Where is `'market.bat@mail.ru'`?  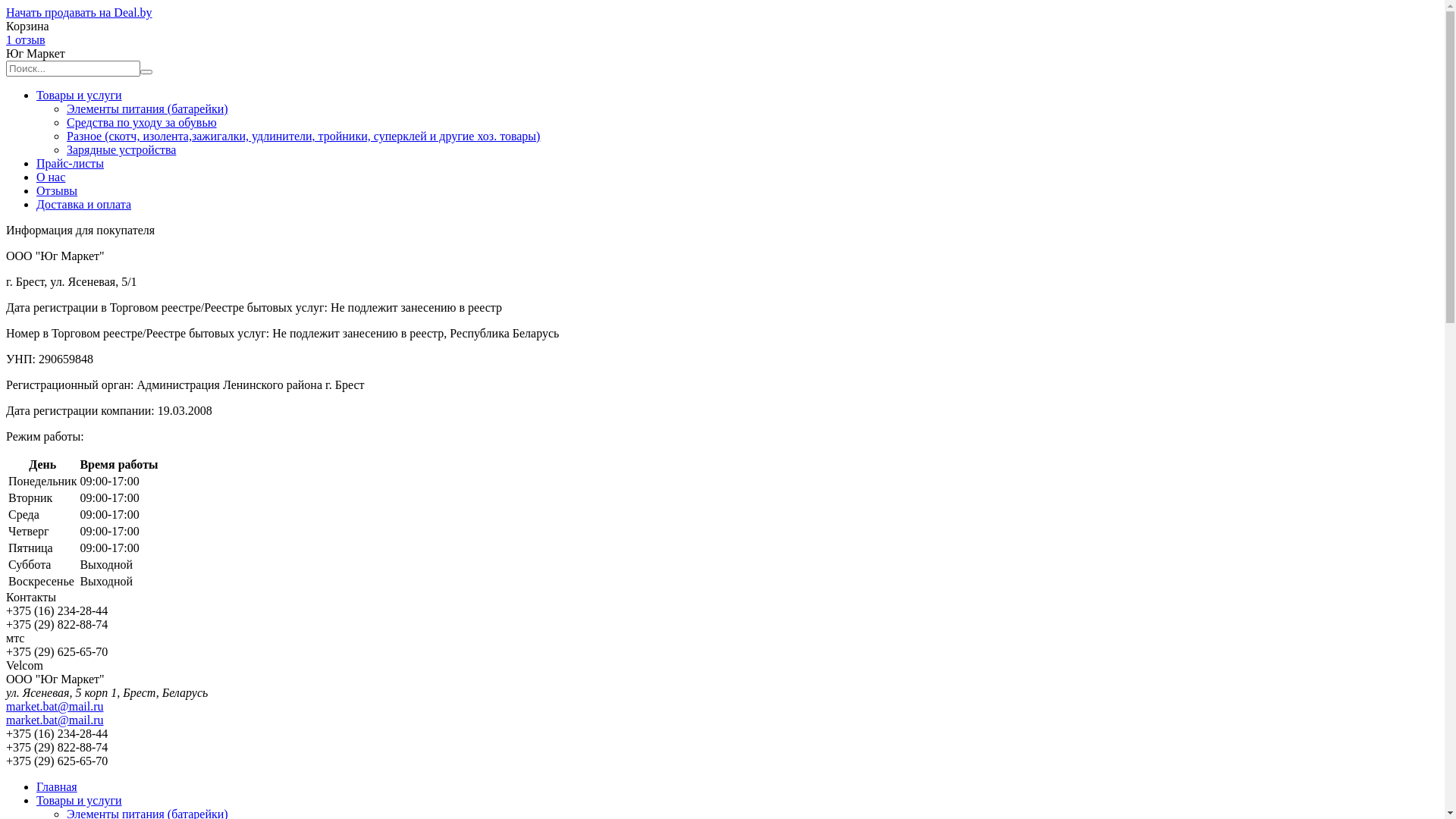 'market.bat@mail.ru' is located at coordinates (55, 719).